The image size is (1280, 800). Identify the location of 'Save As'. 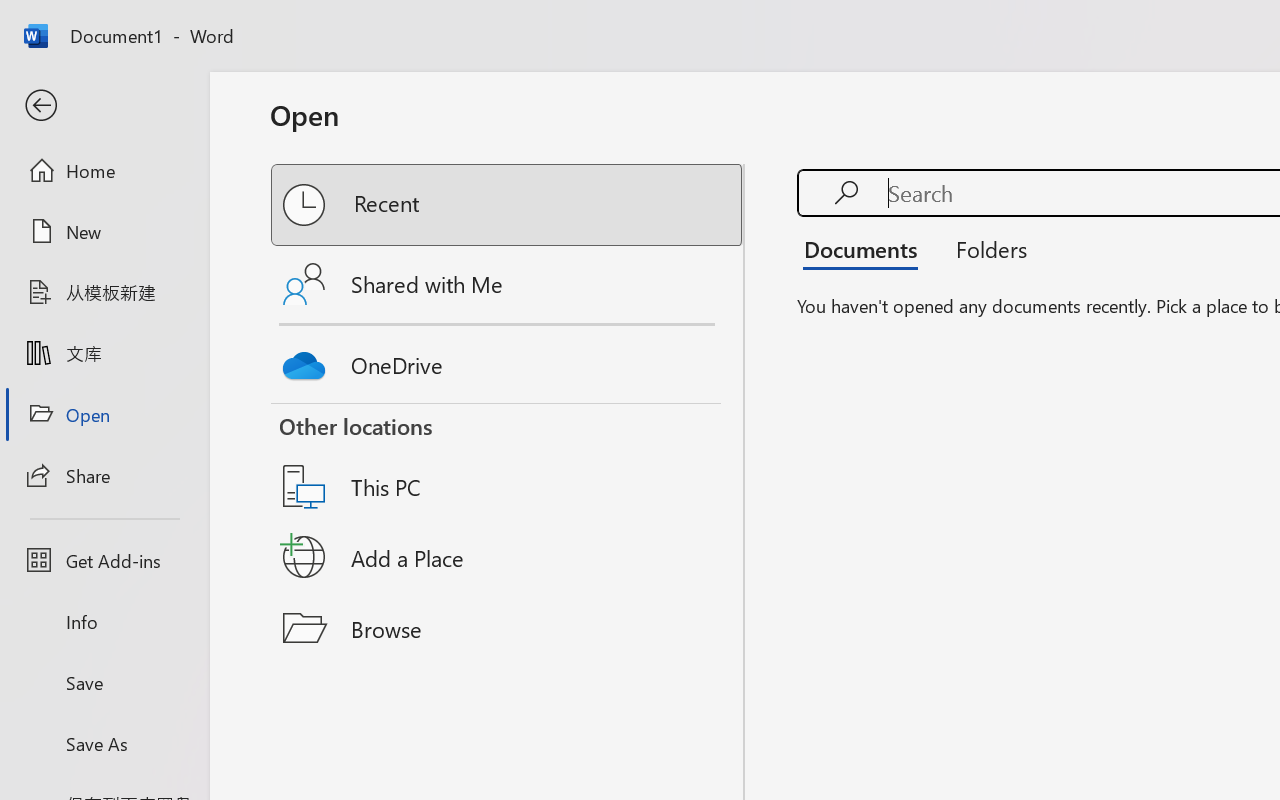
(103, 743).